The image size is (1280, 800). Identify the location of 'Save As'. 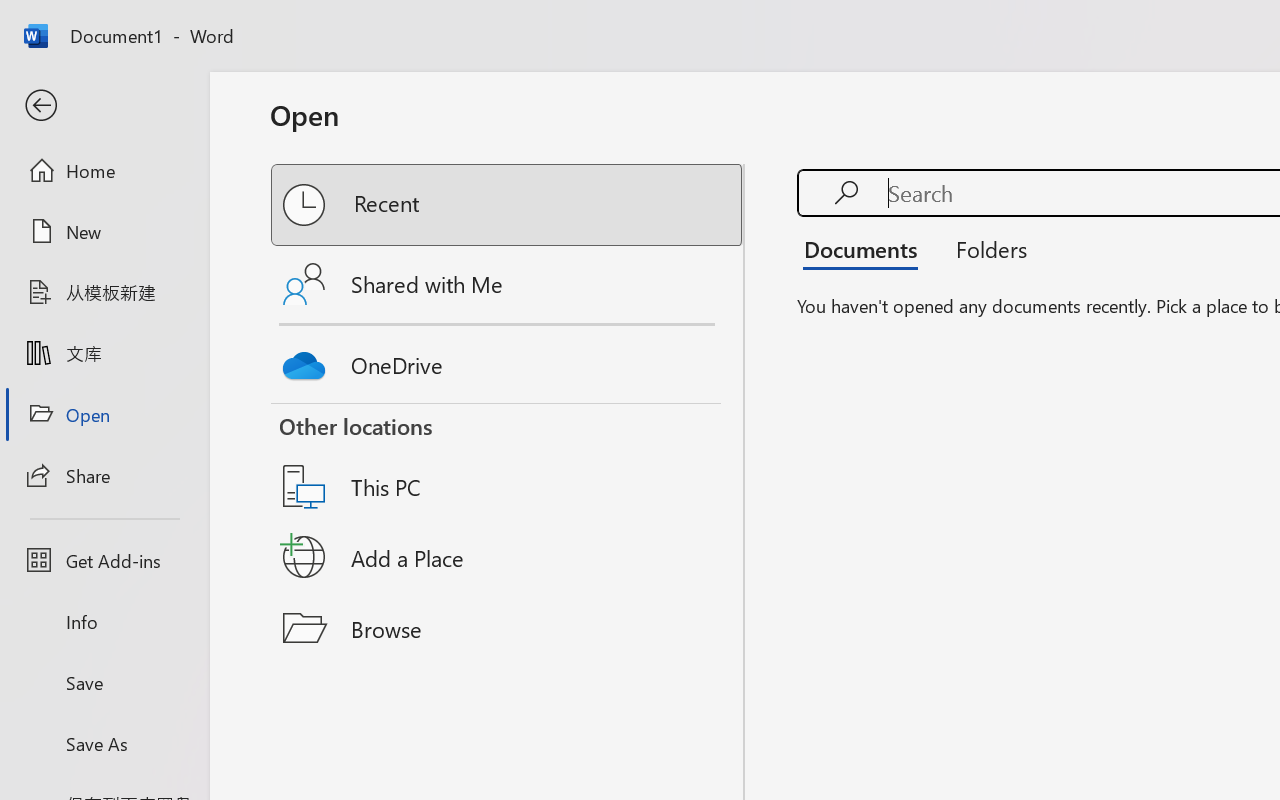
(103, 743).